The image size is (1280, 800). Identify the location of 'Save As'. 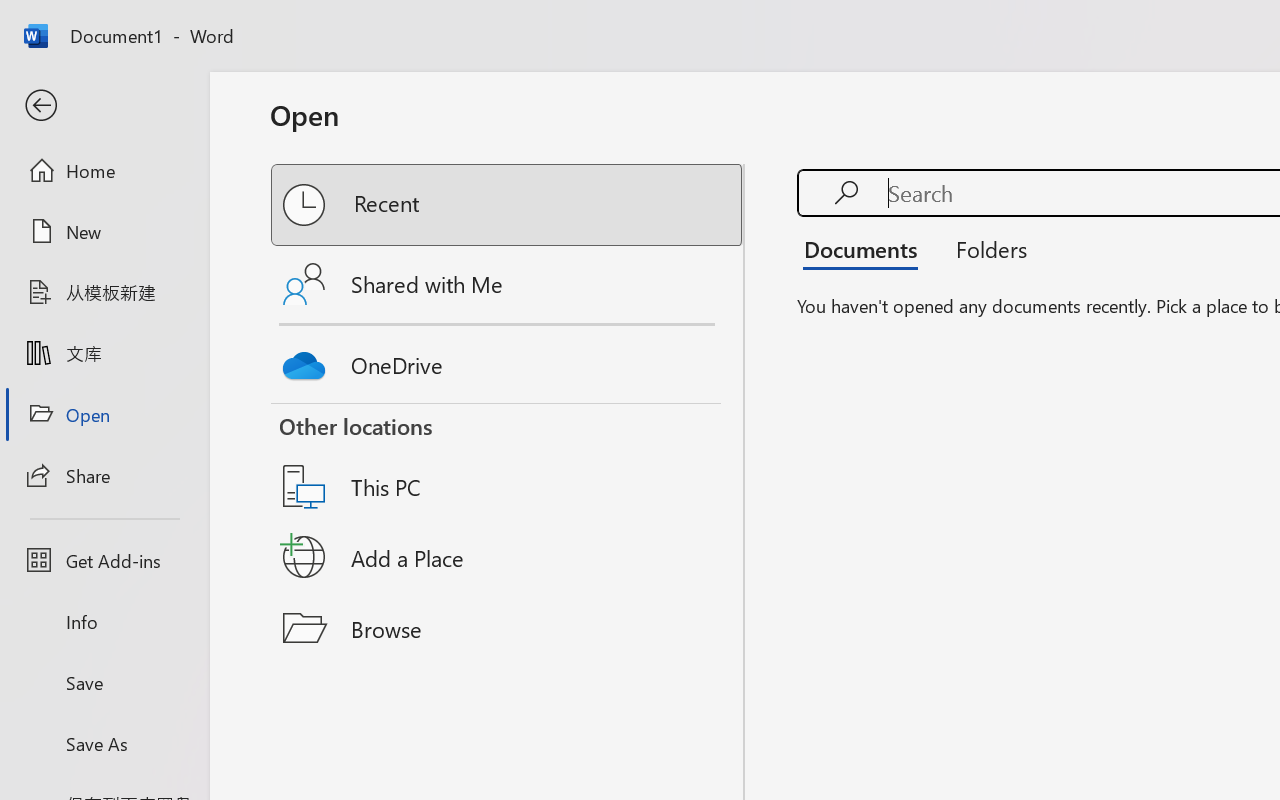
(103, 743).